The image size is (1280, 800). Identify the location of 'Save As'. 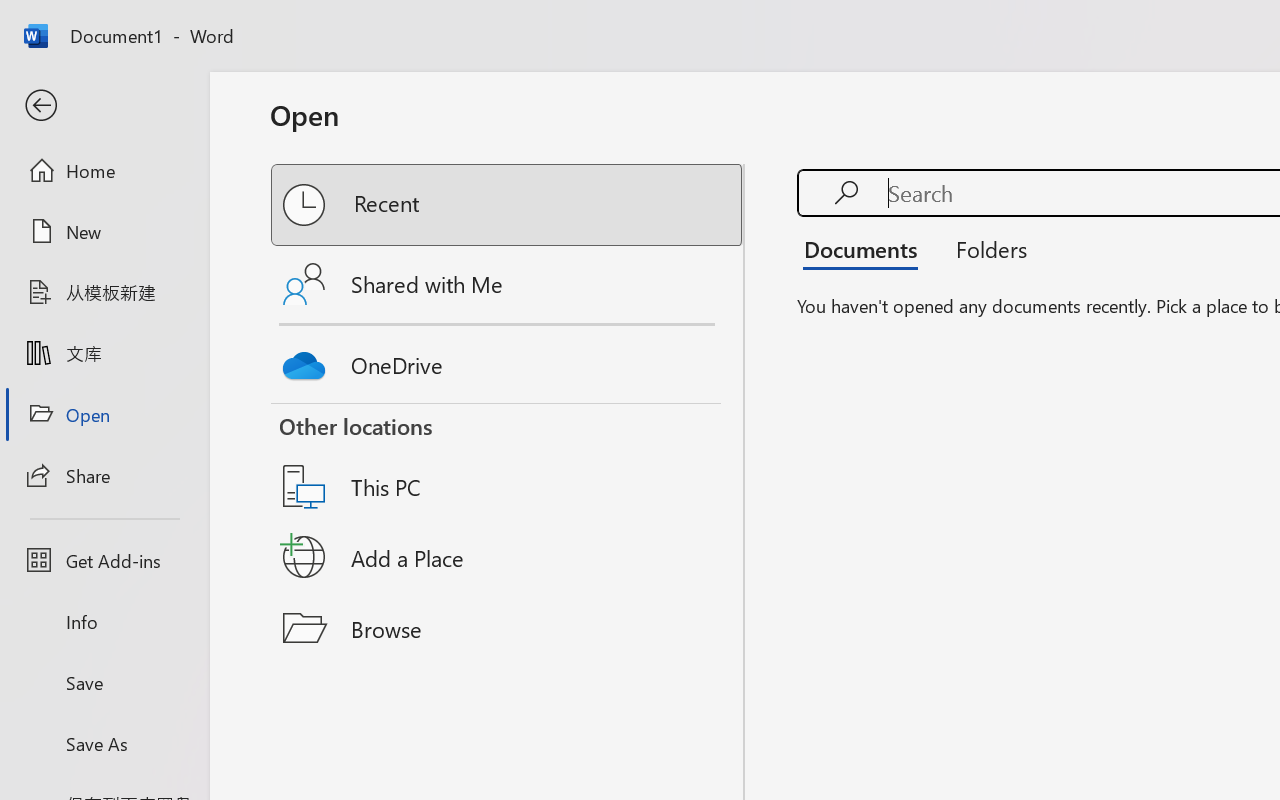
(103, 743).